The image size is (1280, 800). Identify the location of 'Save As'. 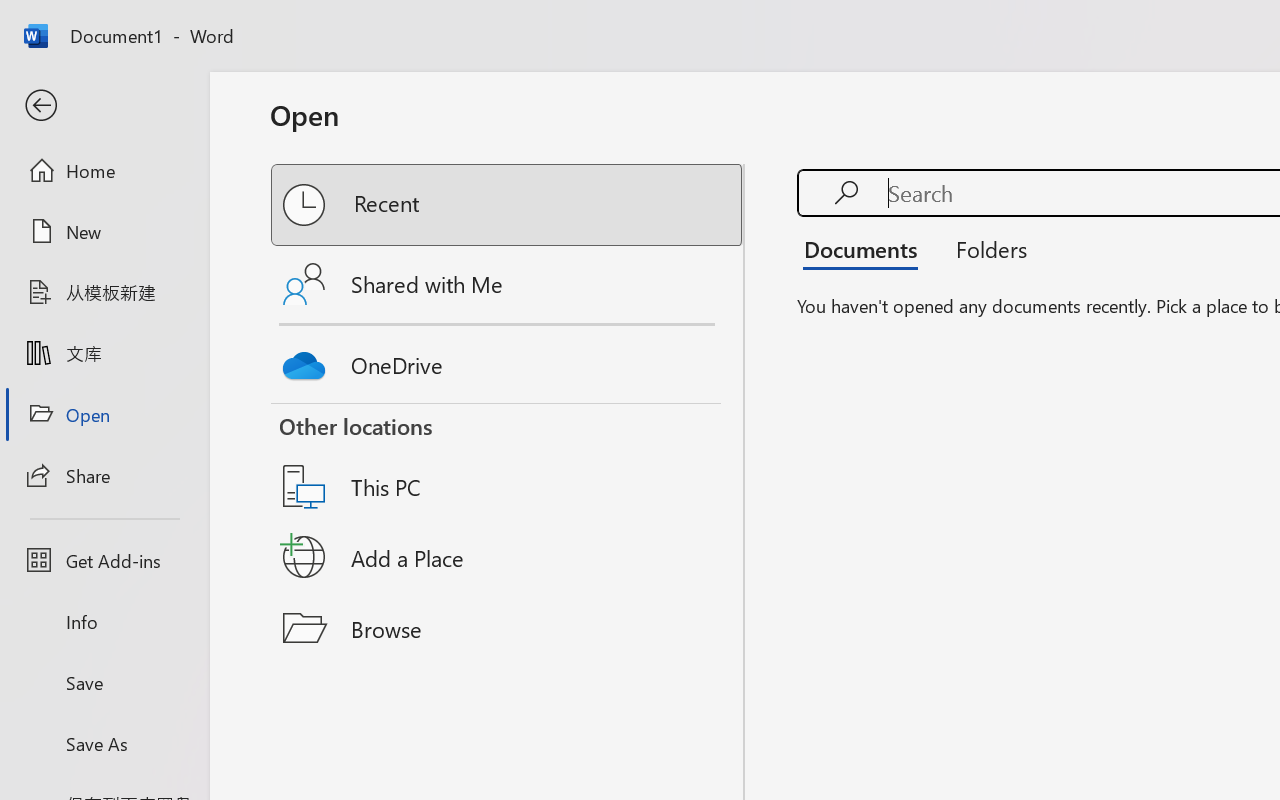
(103, 743).